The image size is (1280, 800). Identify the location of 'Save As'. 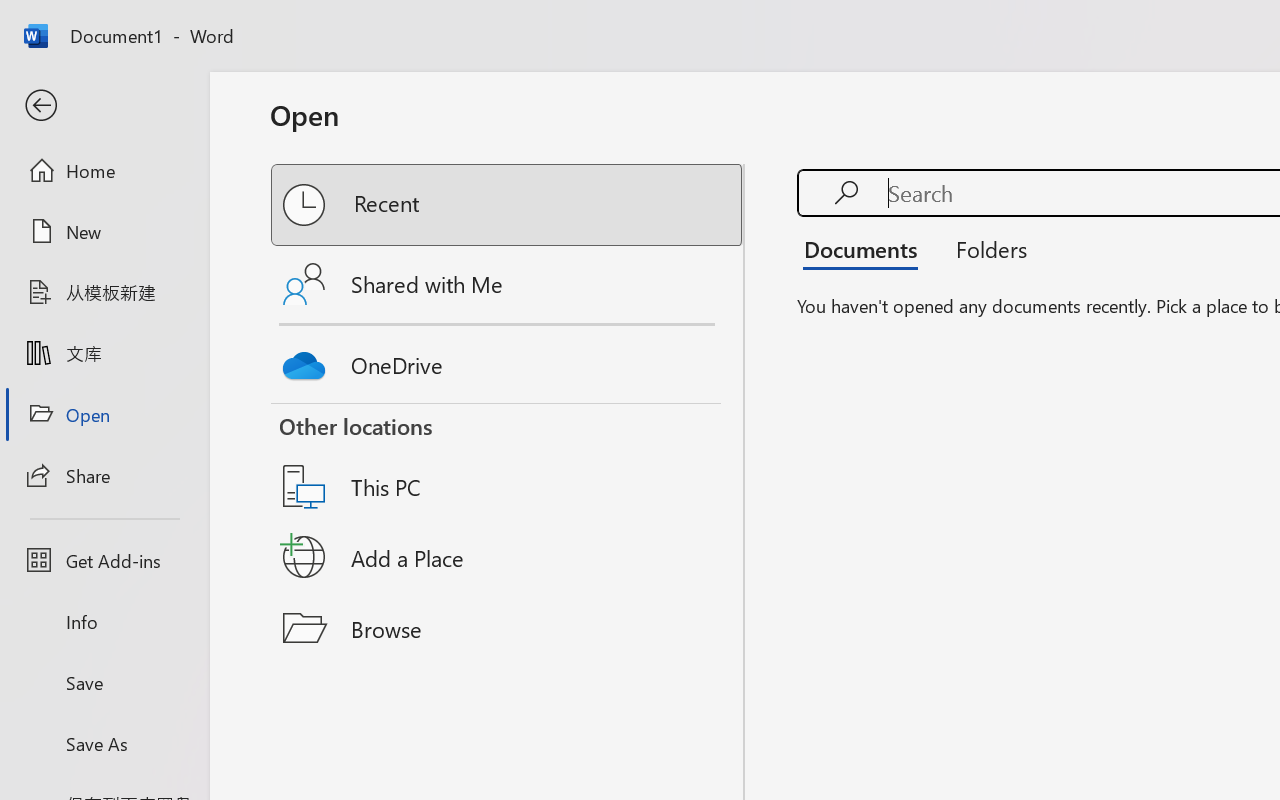
(103, 743).